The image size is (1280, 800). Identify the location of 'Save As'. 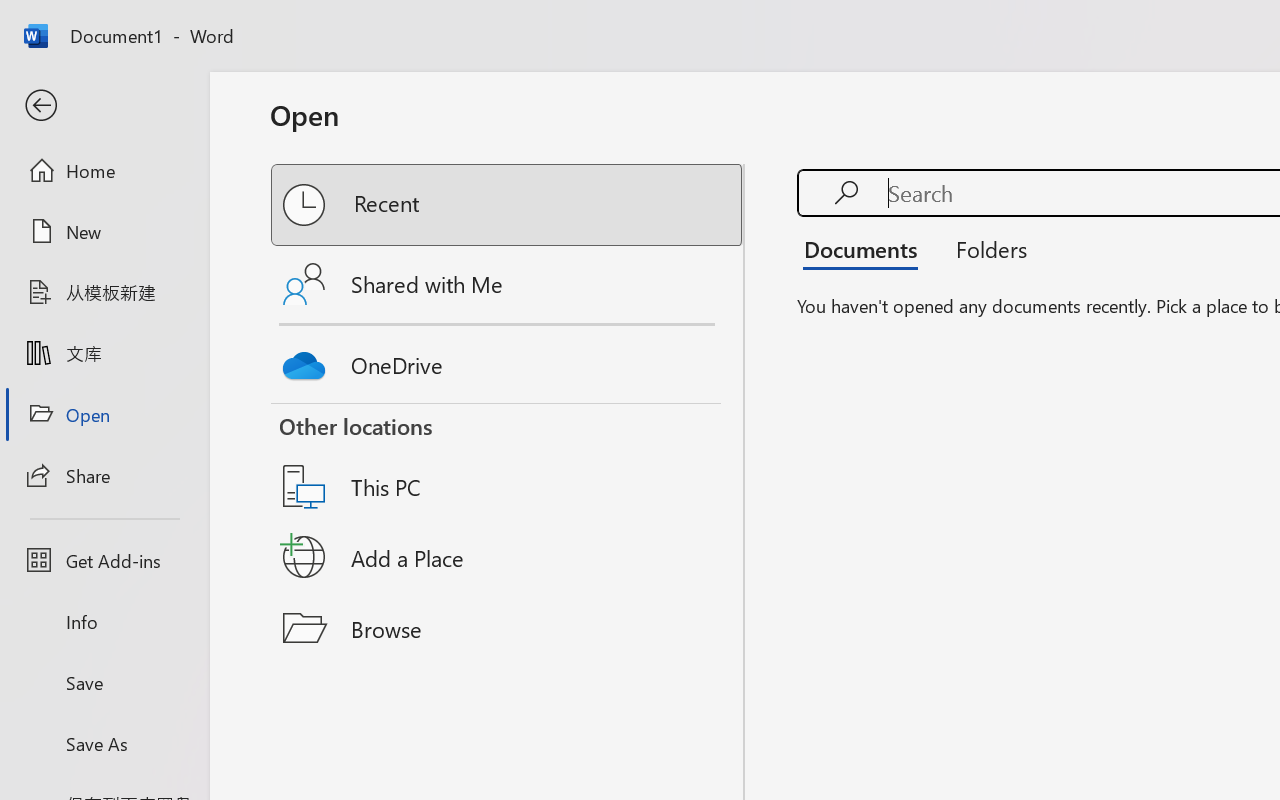
(103, 743).